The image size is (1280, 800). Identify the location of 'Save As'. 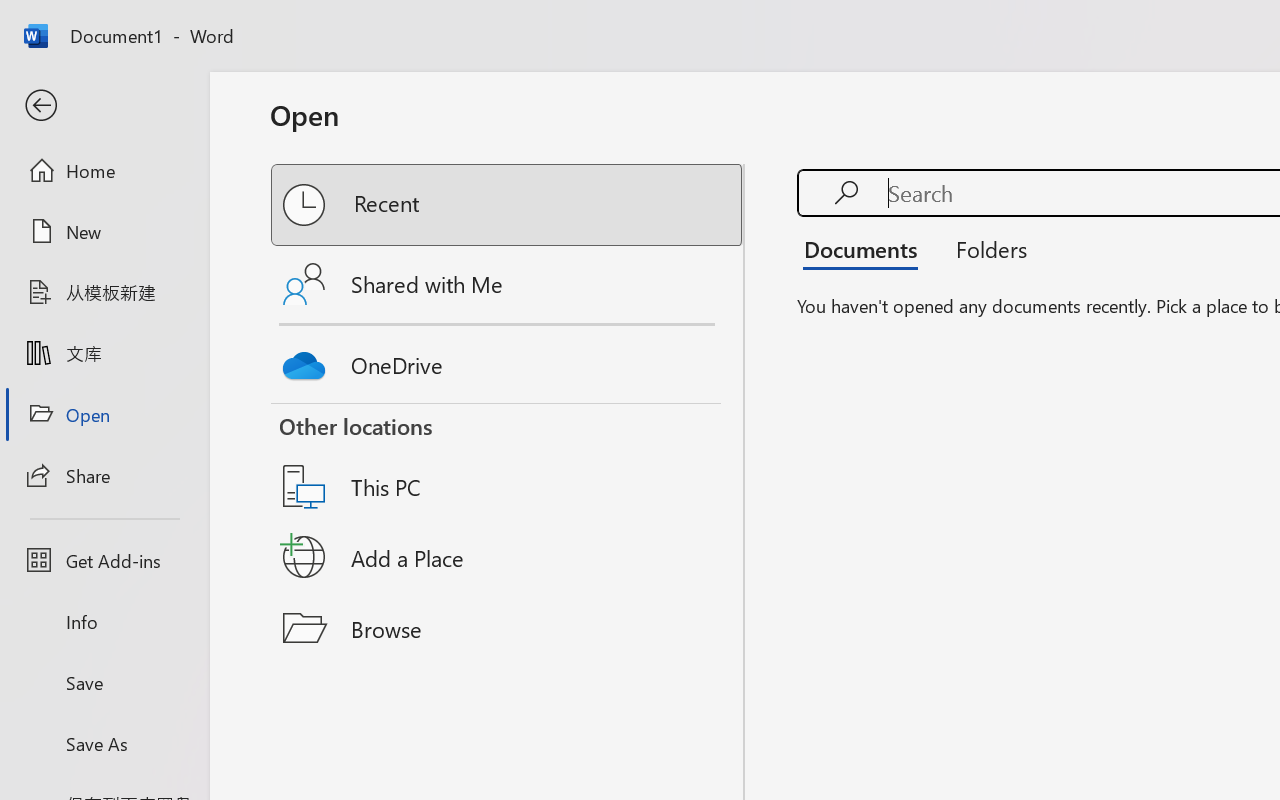
(103, 743).